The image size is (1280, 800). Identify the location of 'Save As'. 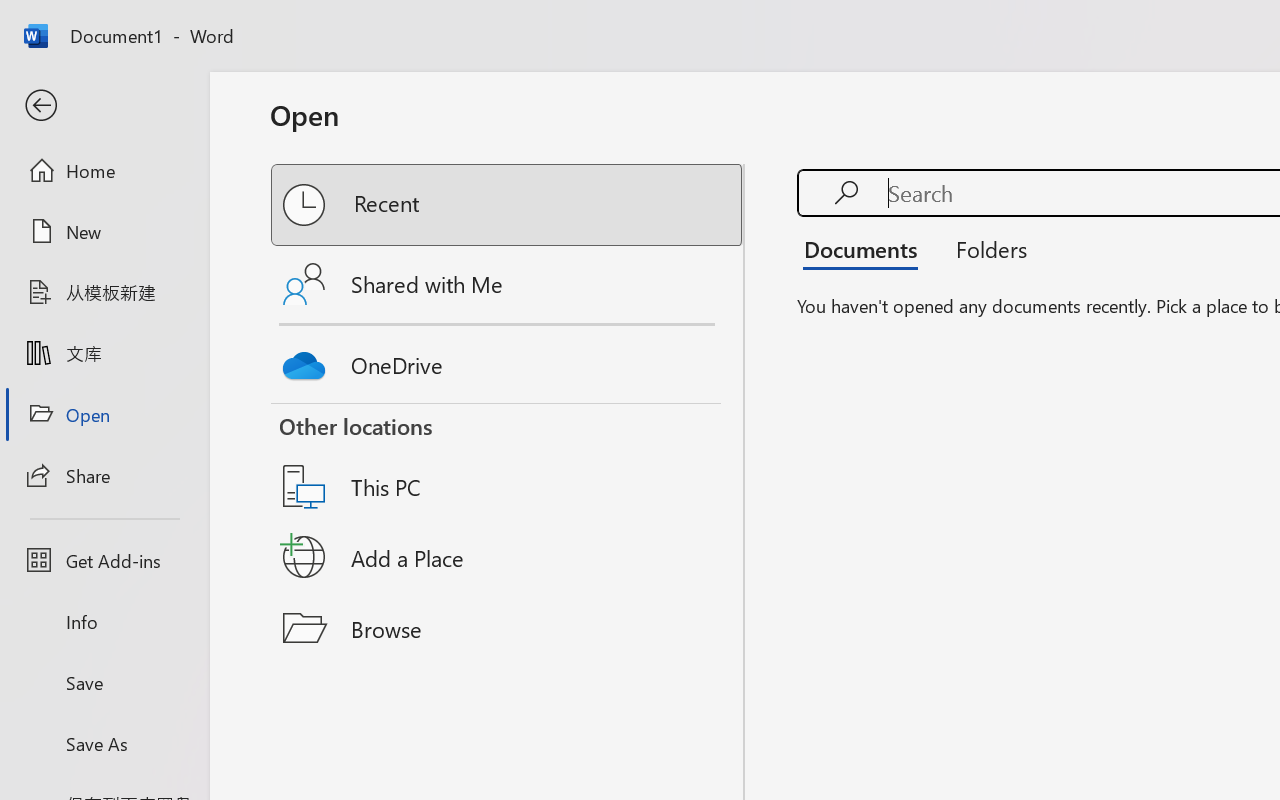
(103, 743).